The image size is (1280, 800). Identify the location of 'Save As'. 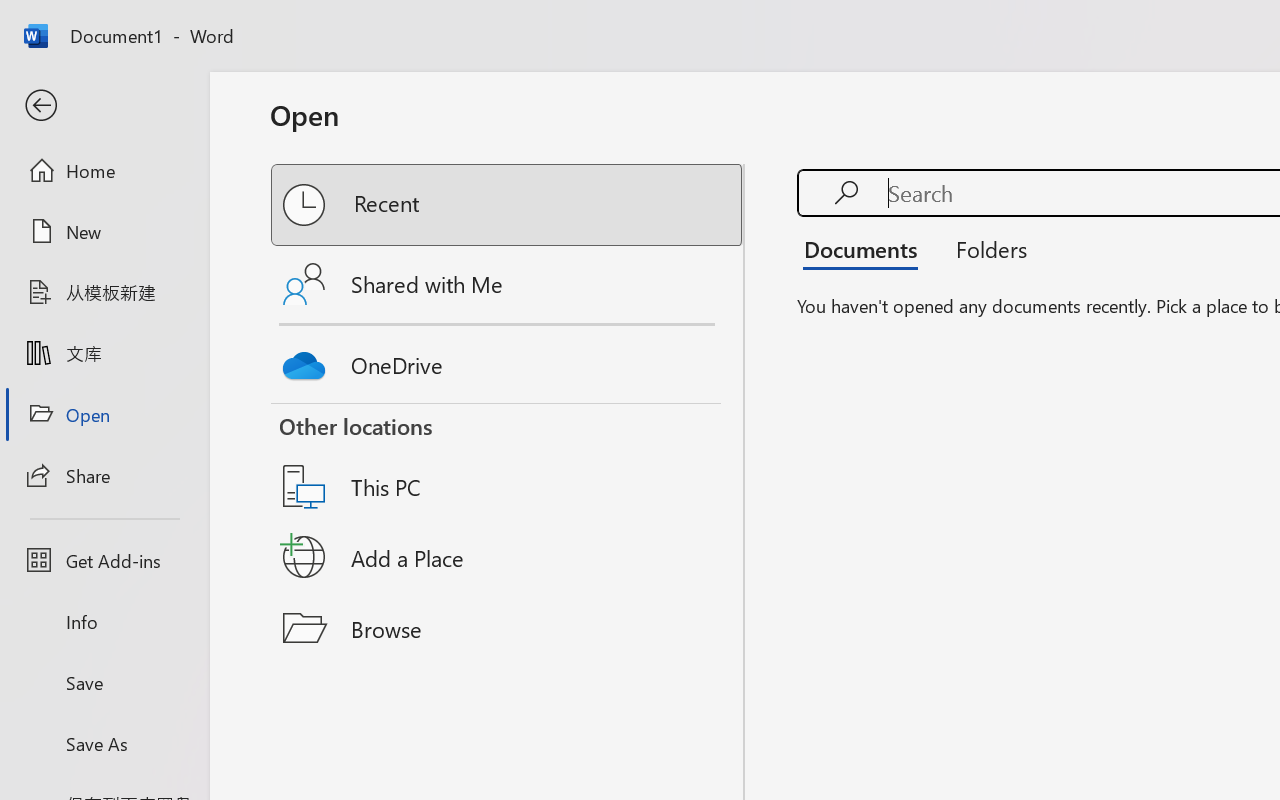
(103, 743).